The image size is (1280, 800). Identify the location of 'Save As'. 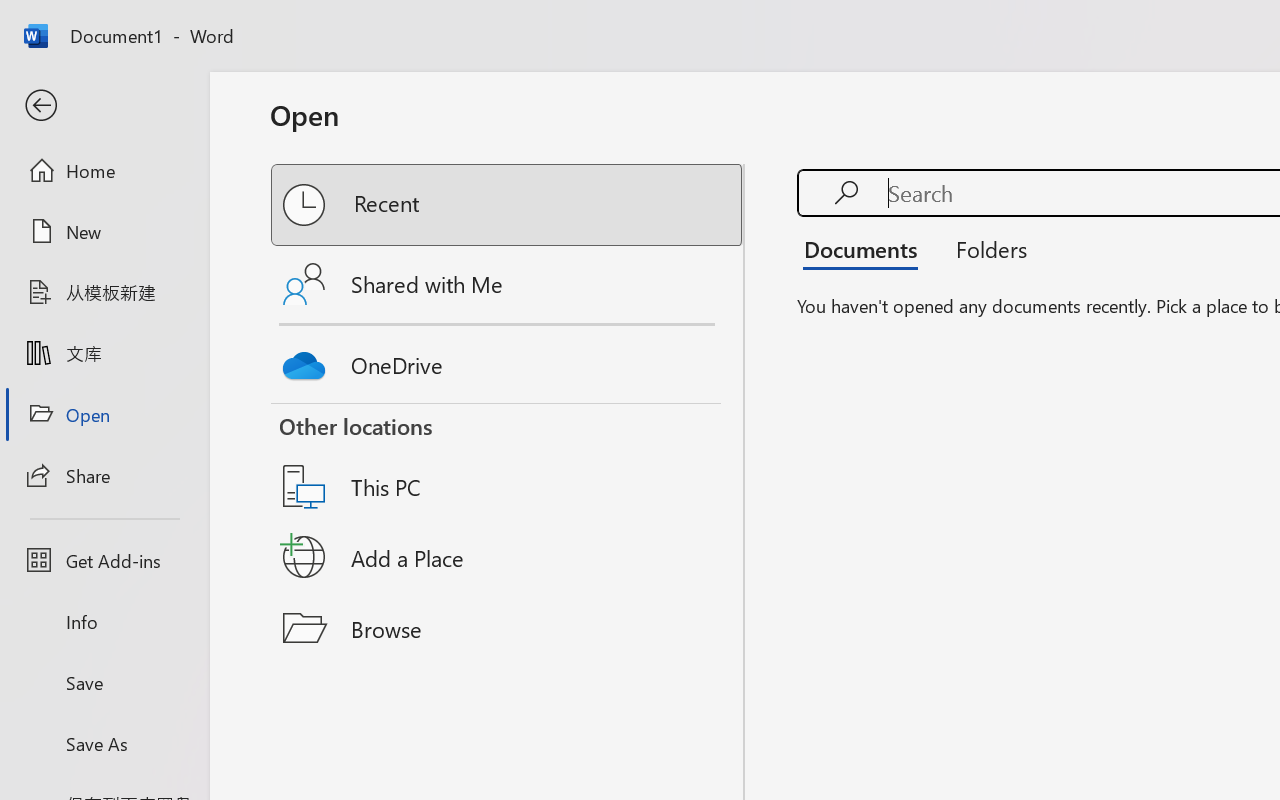
(103, 743).